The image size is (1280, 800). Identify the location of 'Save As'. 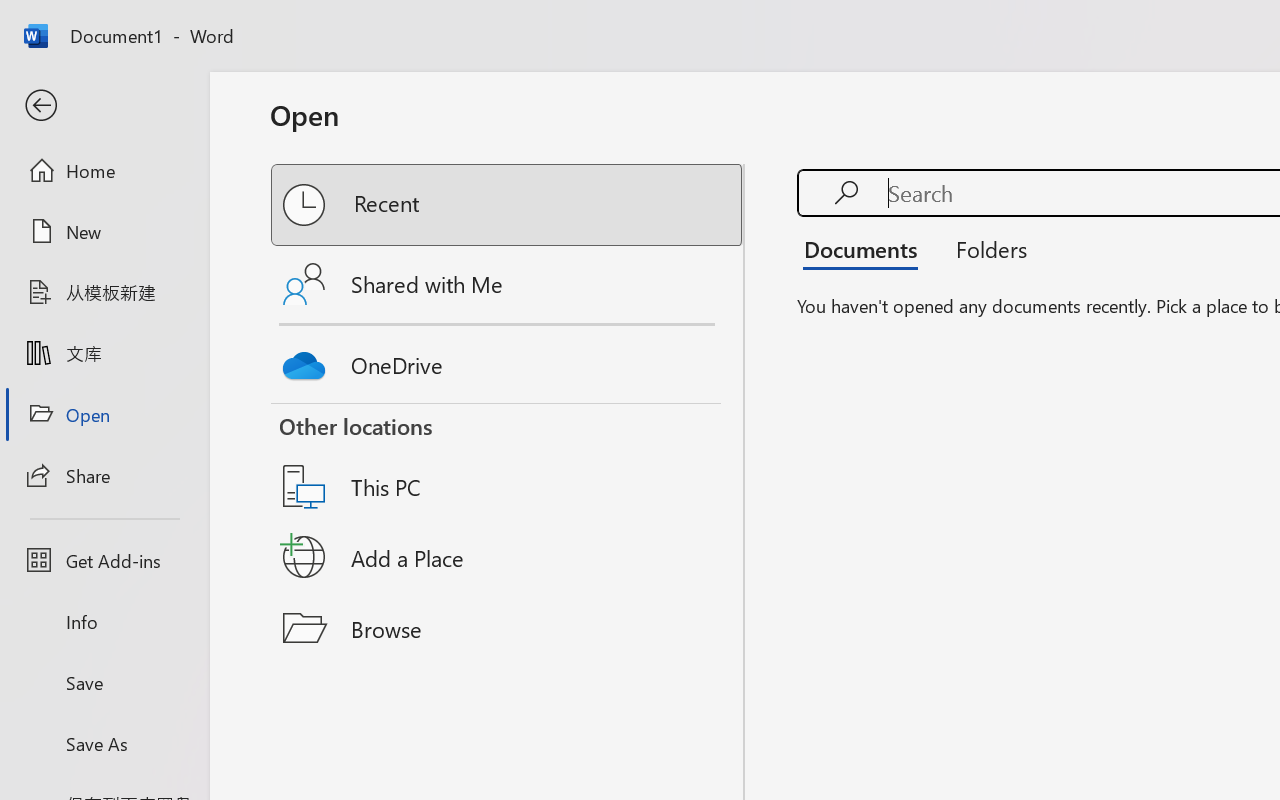
(103, 743).